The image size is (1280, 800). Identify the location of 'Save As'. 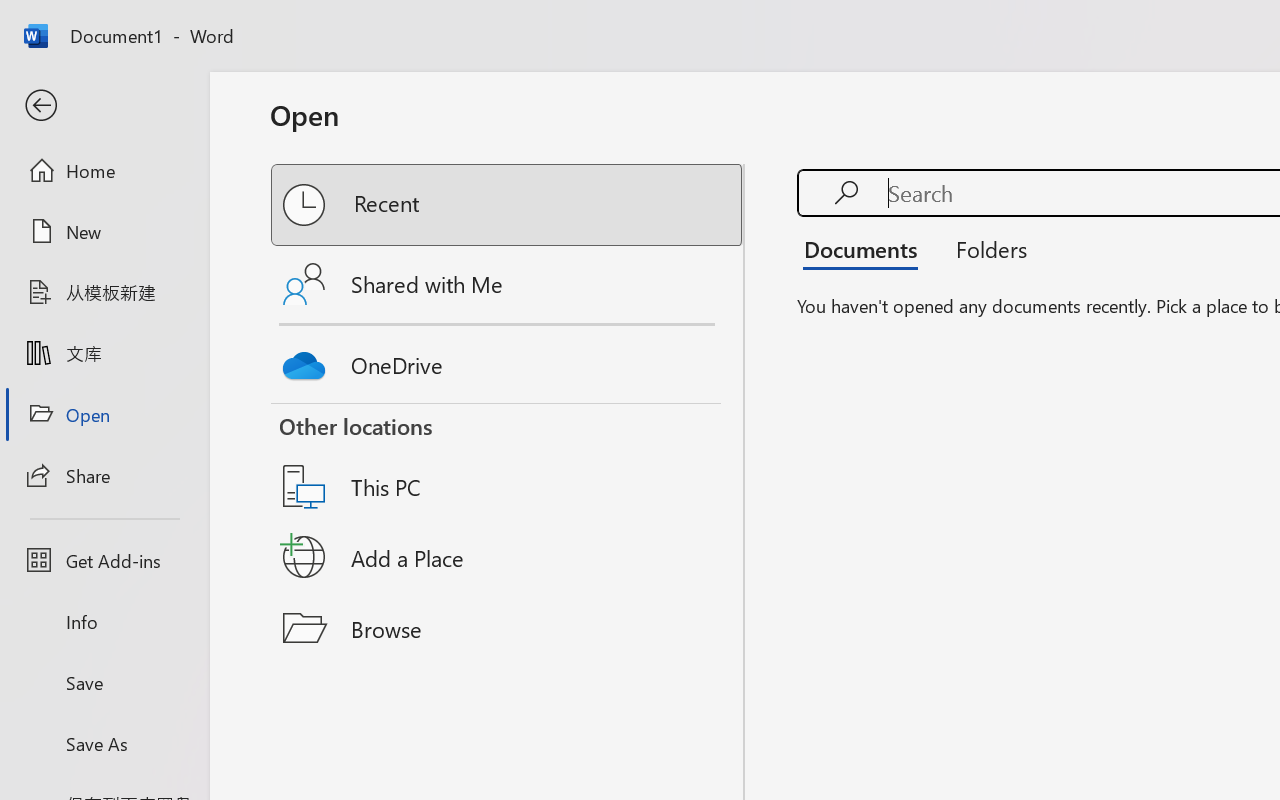
(103, 743).